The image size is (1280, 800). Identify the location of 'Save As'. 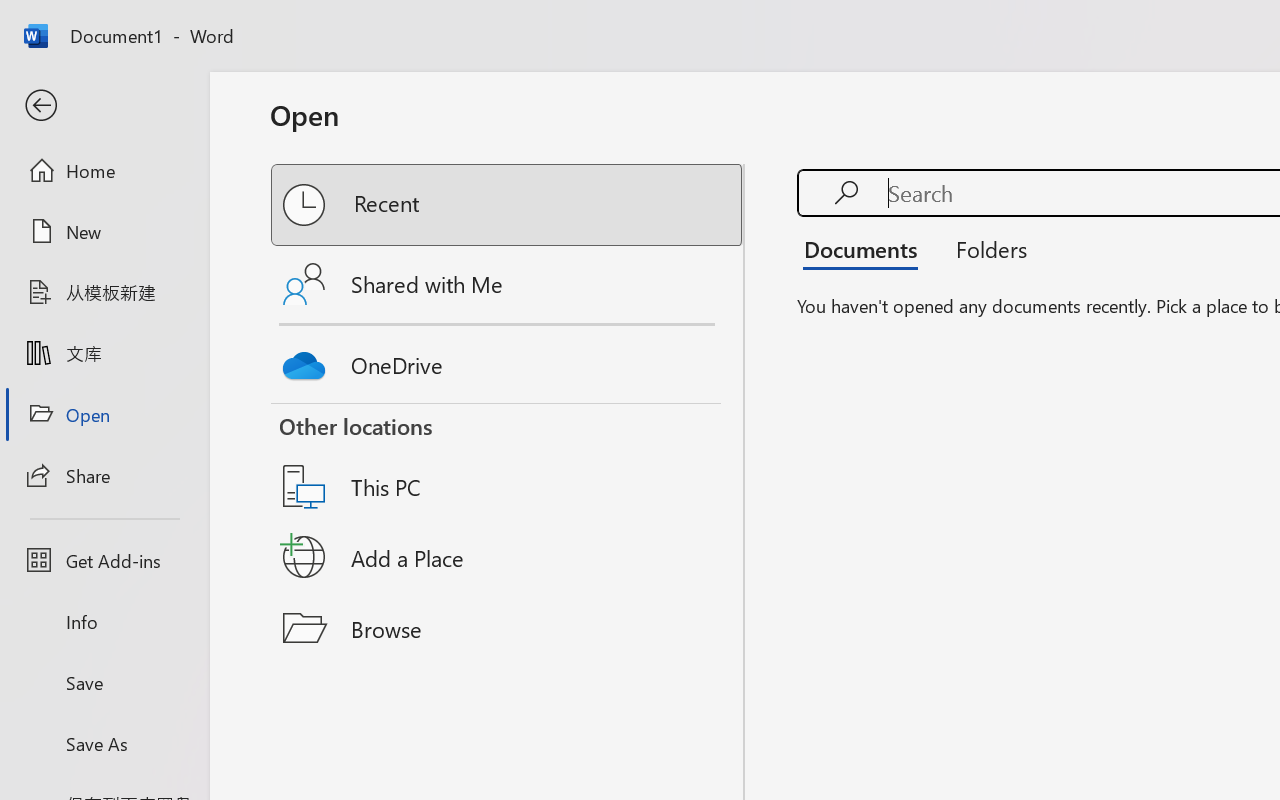
(103, 743).